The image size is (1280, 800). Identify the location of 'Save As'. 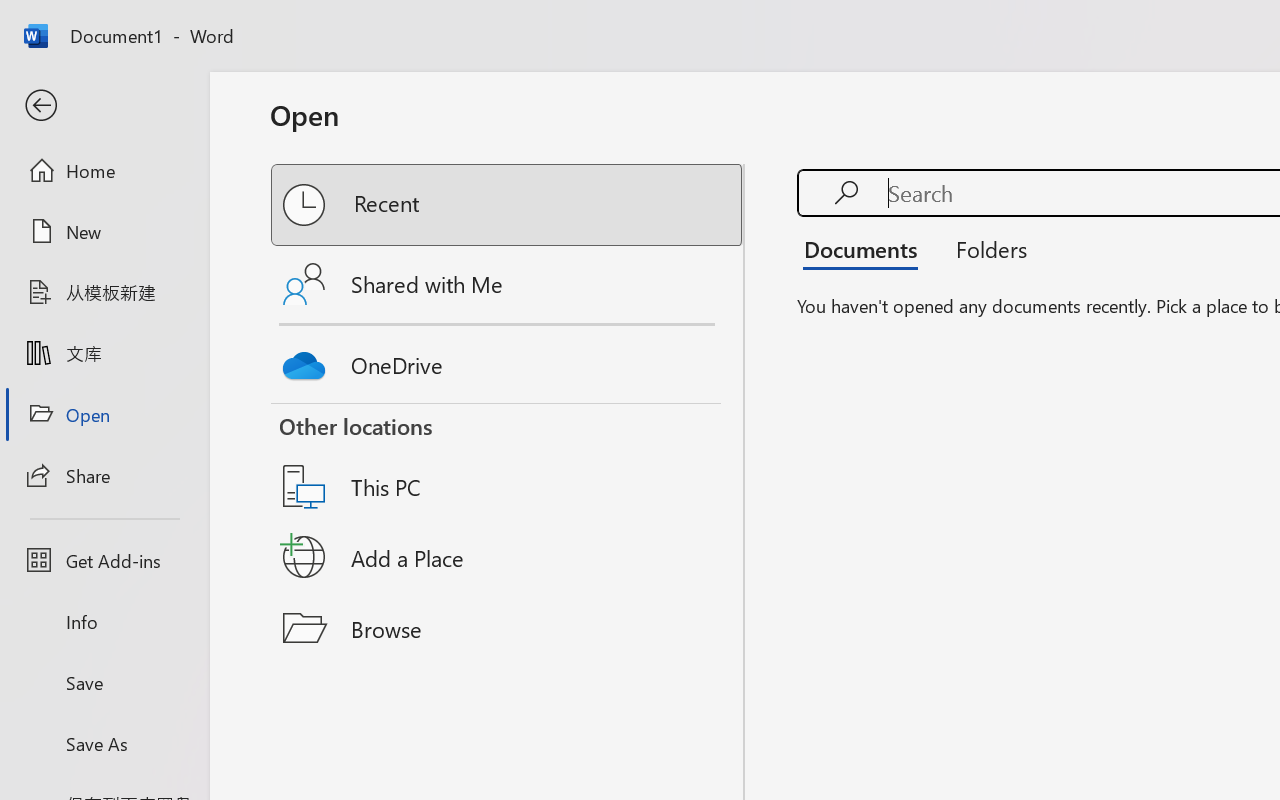
(103, 743).